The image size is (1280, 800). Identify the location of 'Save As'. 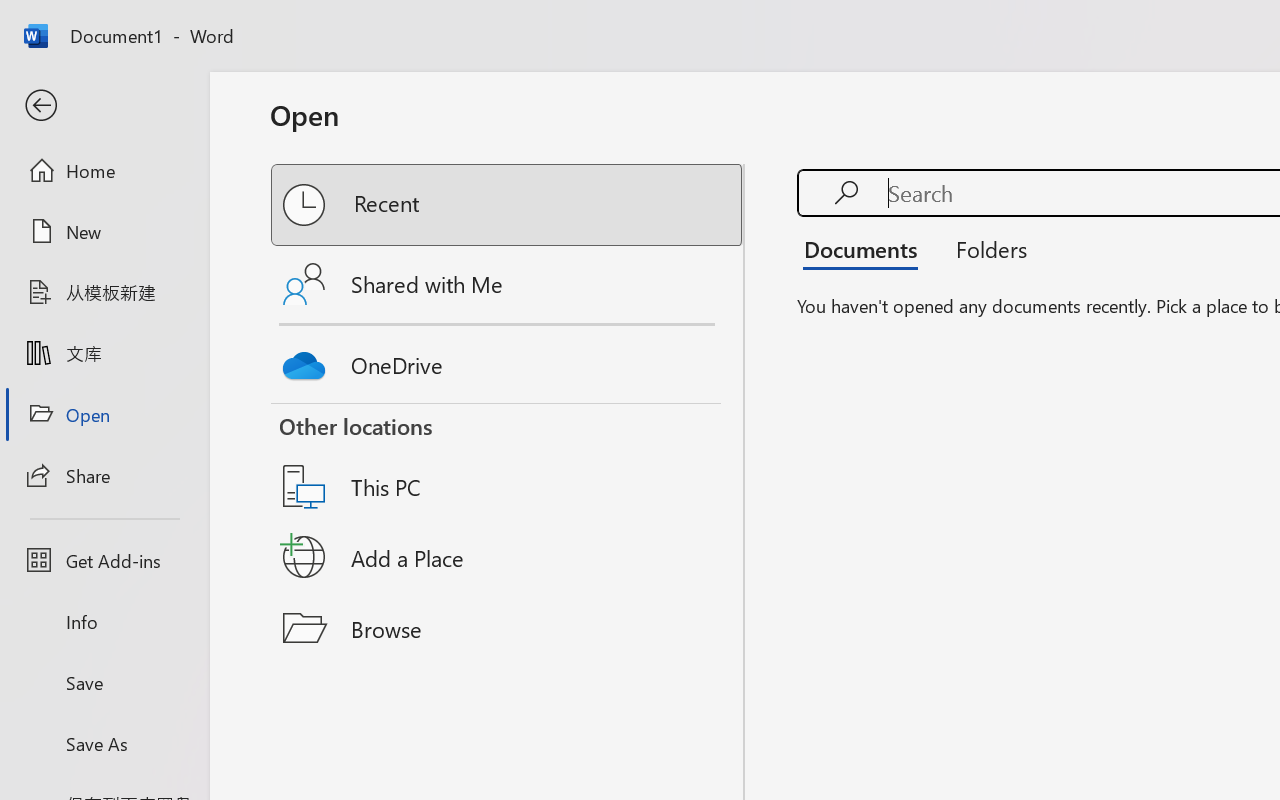
(103, 743).